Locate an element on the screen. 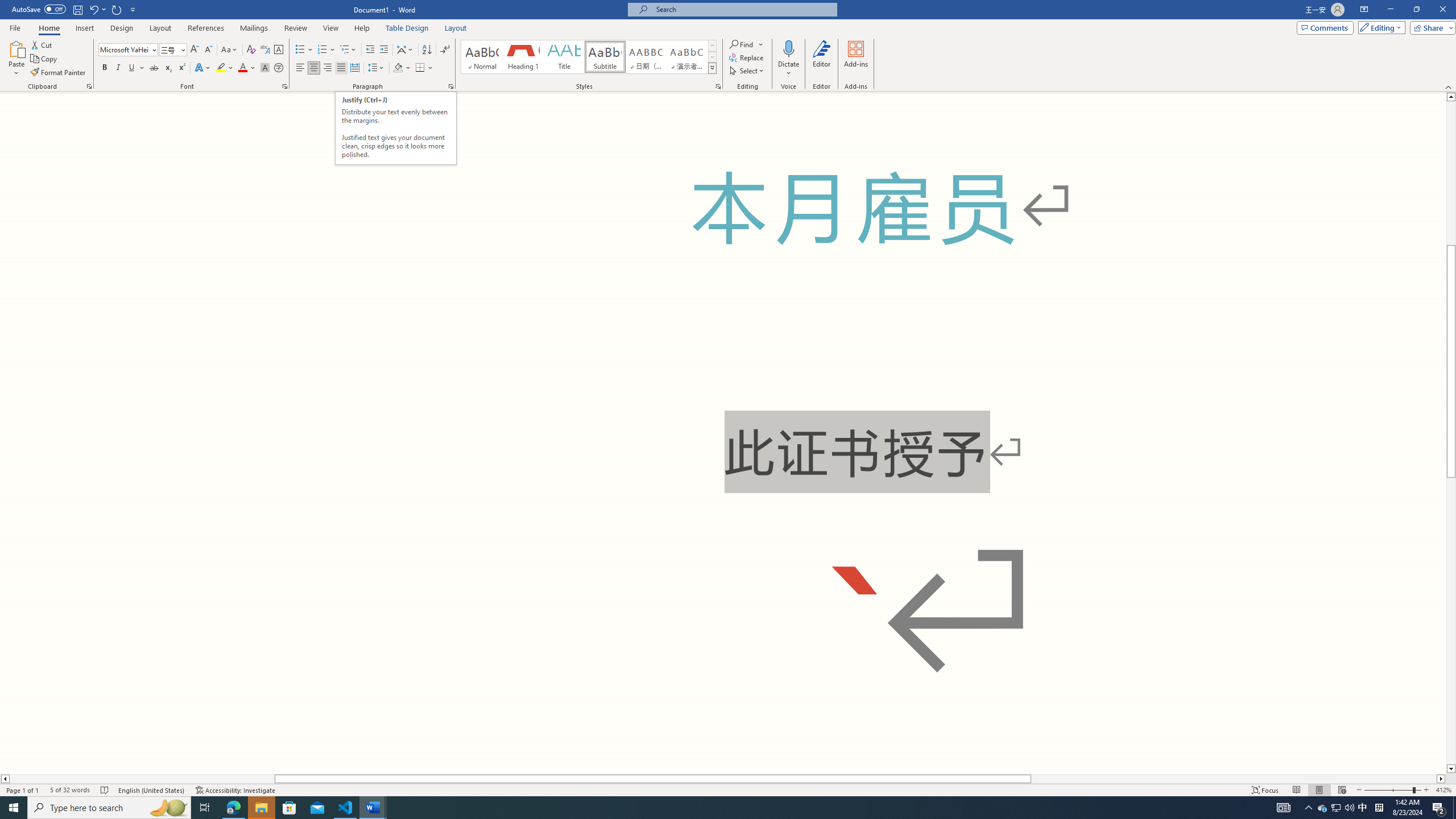 The height and width of the screenshot is (819, 1456). 'Column right' is located at coordinates (1441, 778).